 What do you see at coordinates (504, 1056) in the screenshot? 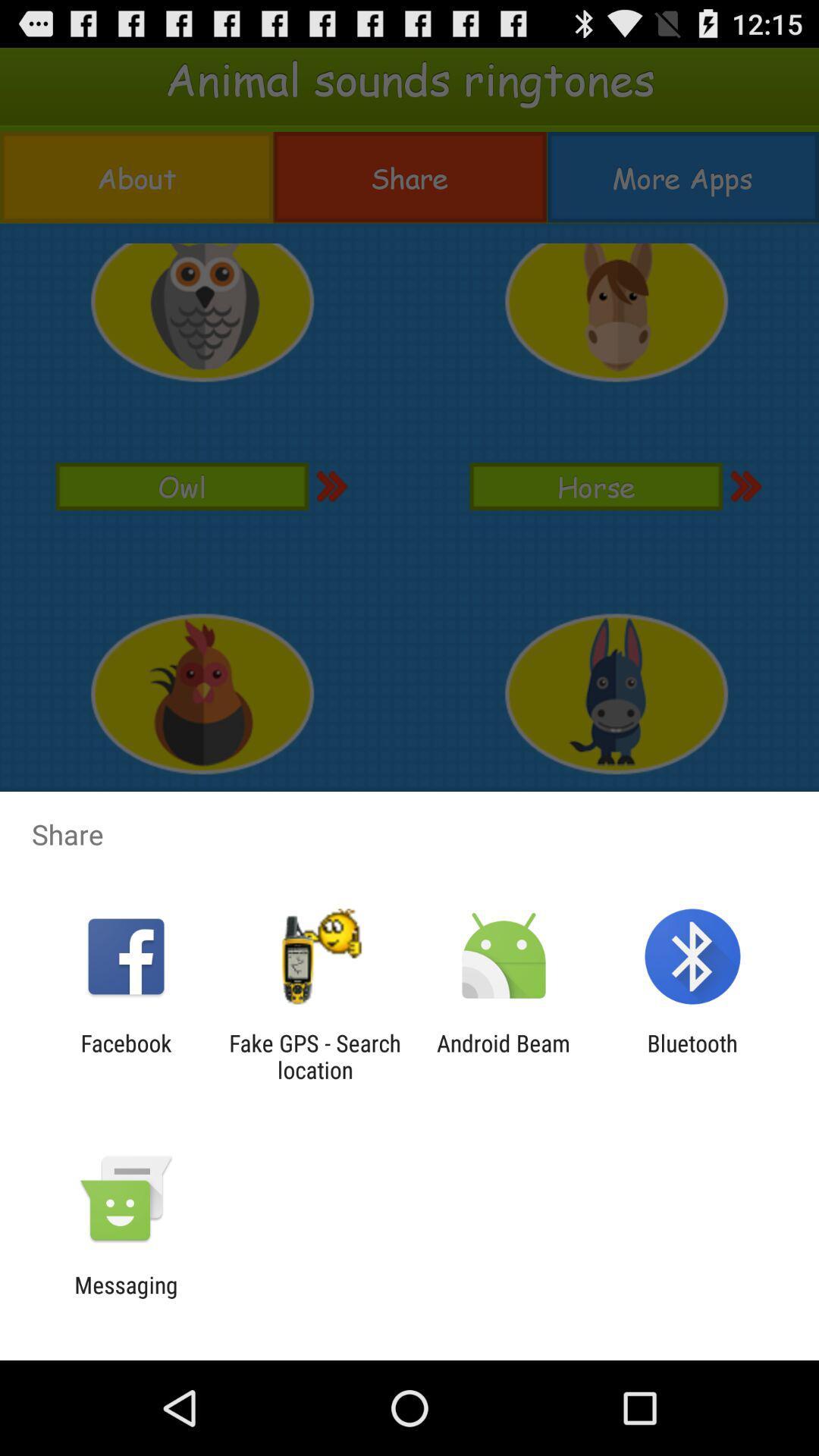
I see `the app to the left of the bluetooth icon` at bounding box center [504, 1056].